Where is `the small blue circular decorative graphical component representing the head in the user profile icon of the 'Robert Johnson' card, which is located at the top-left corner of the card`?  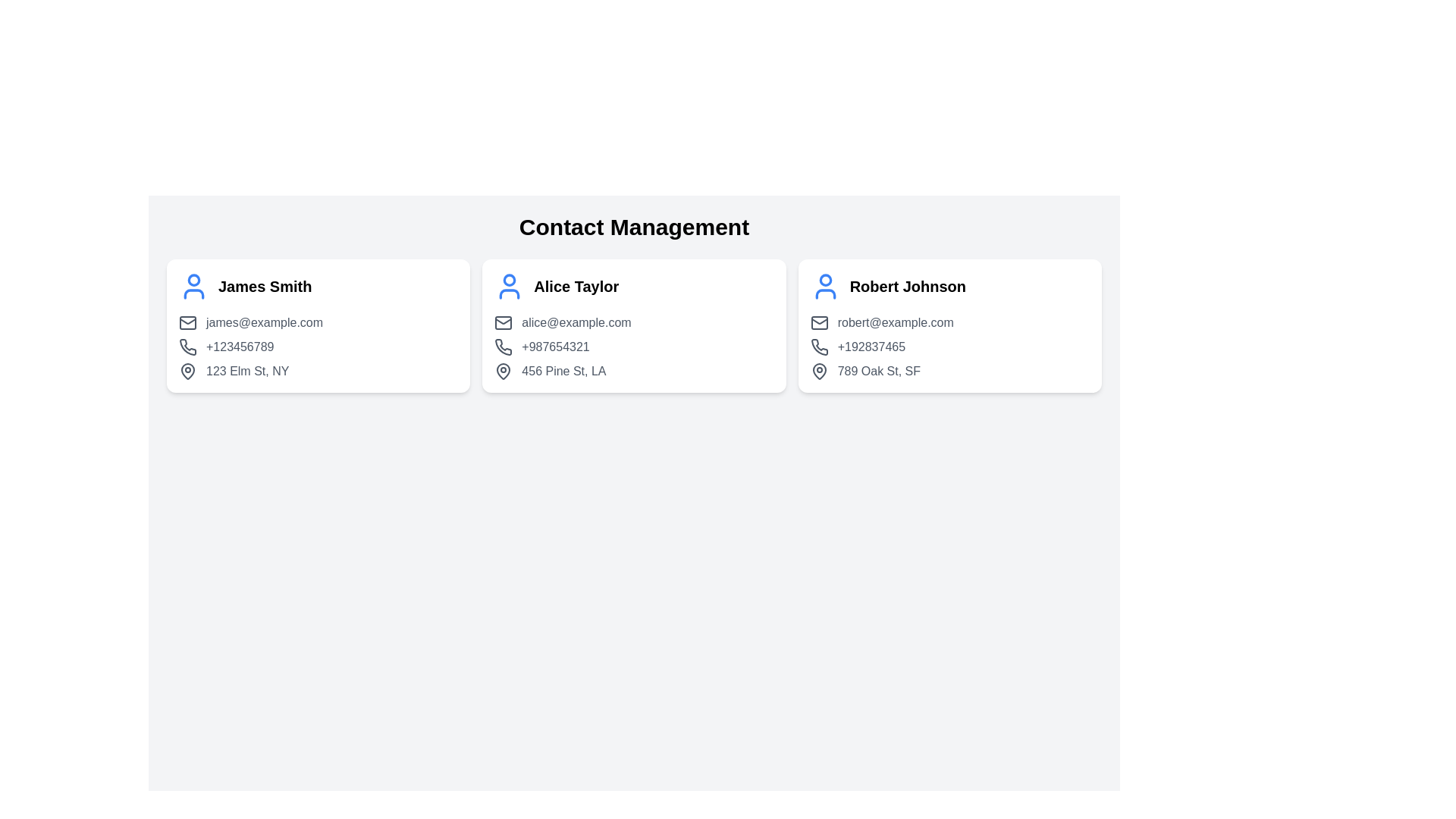
the small blue circular decorative graphical component representing the head in the user profile icon of the 'Robert Johnson' card, which is located at the top-left corner of the card is located at coordinates (824, 280).